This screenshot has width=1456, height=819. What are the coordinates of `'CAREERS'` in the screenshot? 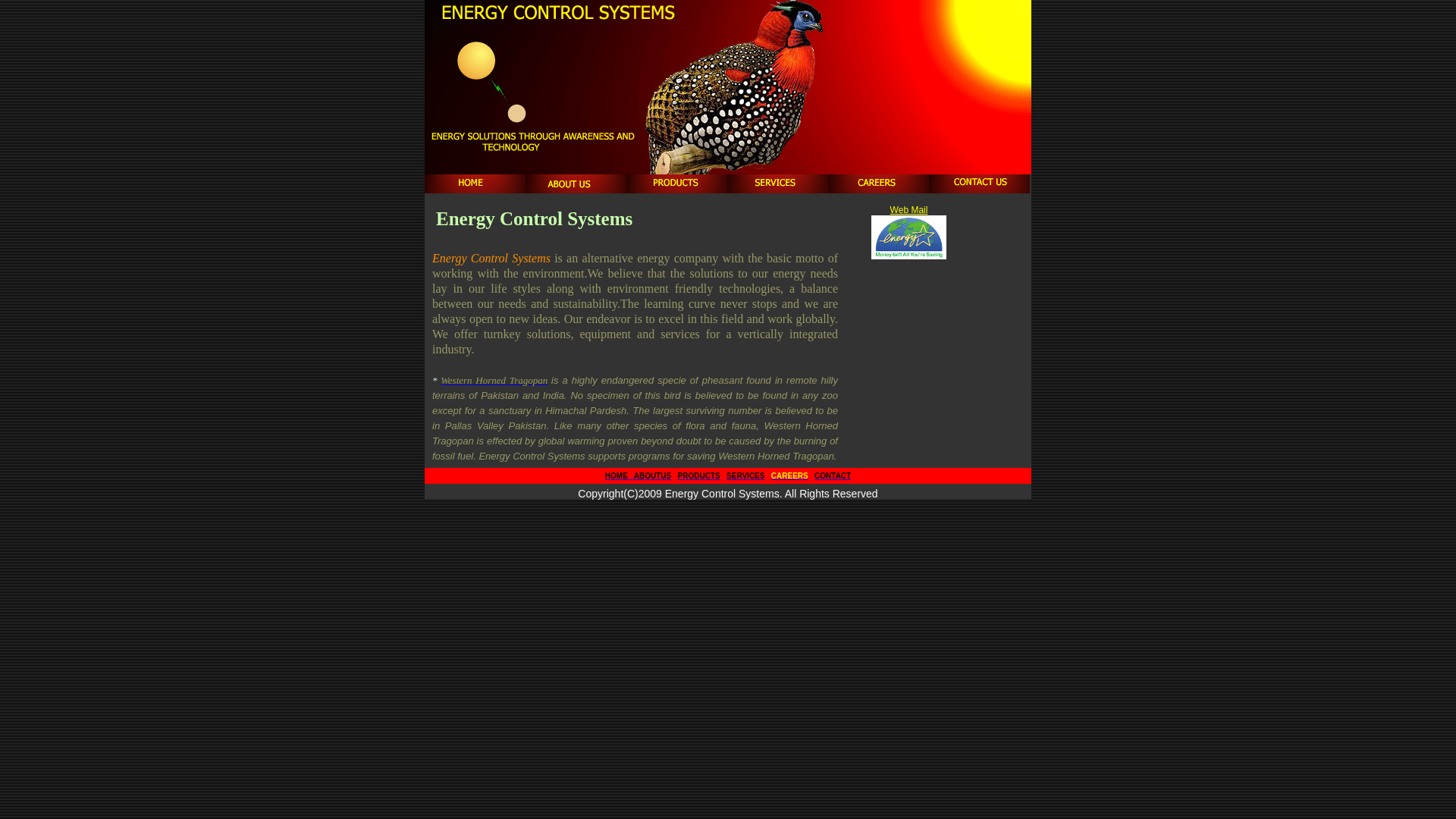 It's located at (789, 475).